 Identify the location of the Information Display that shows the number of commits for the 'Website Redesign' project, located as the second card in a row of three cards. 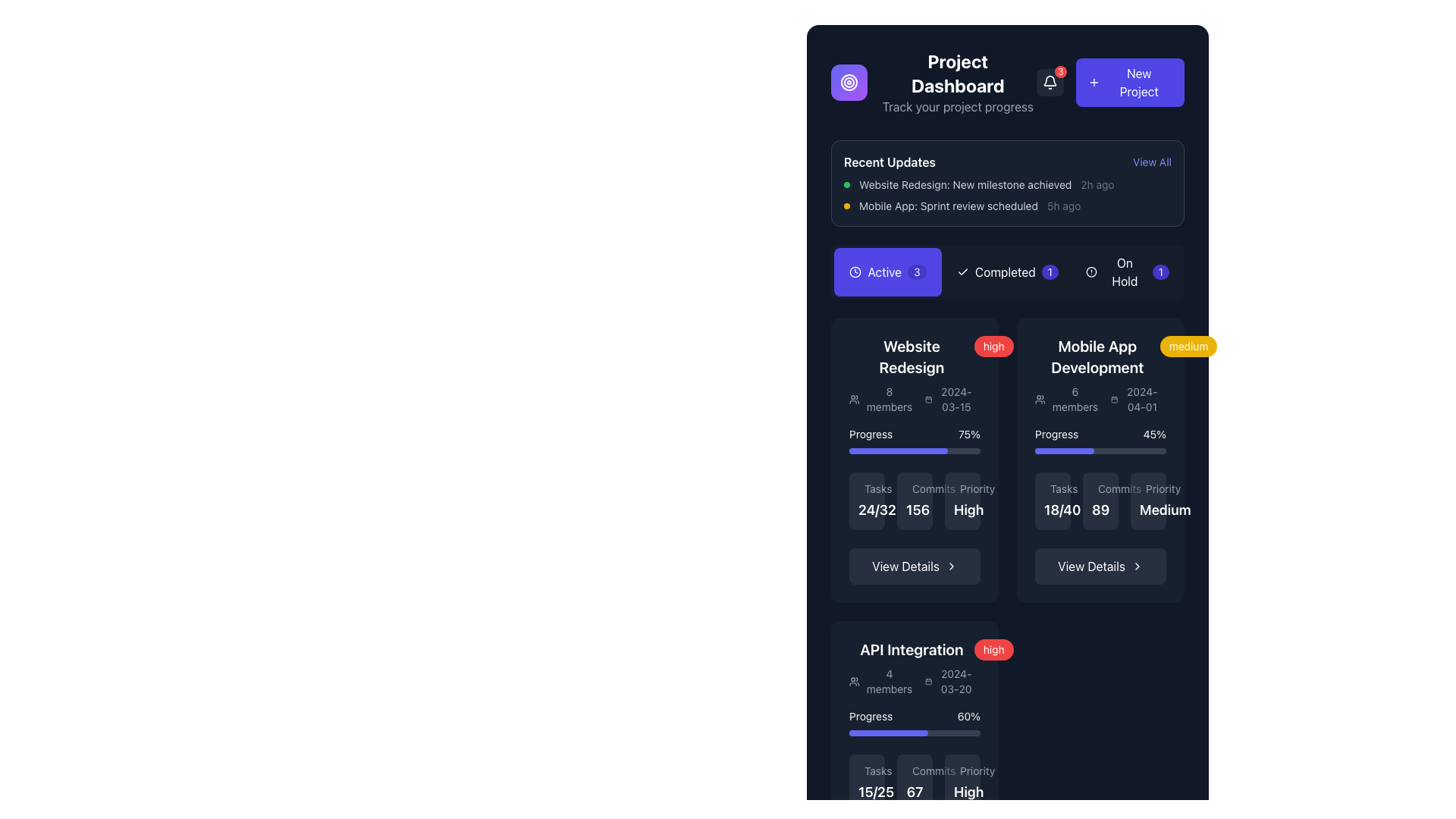
(914, 500).